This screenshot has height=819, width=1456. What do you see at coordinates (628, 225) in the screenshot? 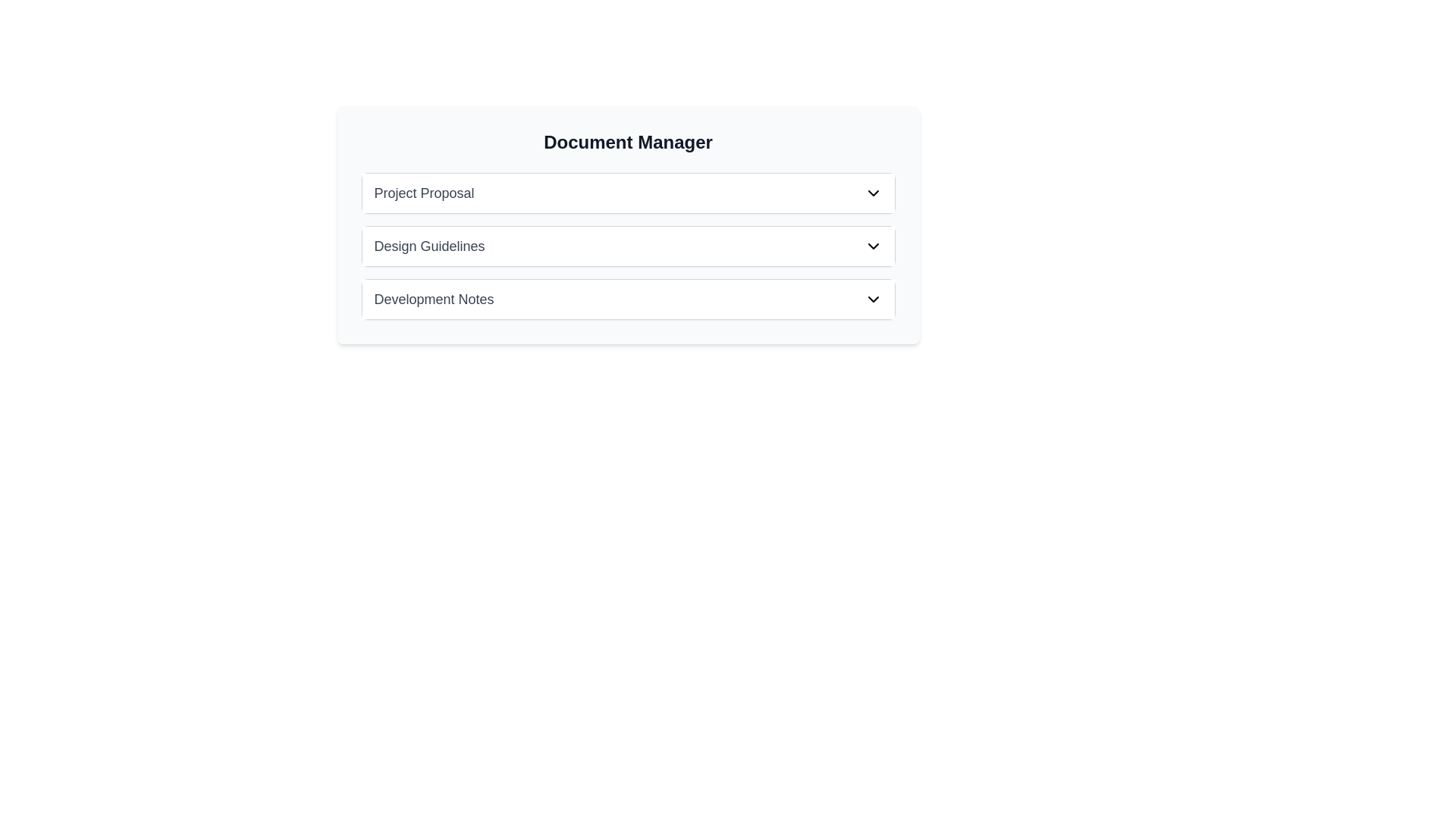
I see `any of the rows in the 'Document Manager' card component` at bounding box center [628, 225].